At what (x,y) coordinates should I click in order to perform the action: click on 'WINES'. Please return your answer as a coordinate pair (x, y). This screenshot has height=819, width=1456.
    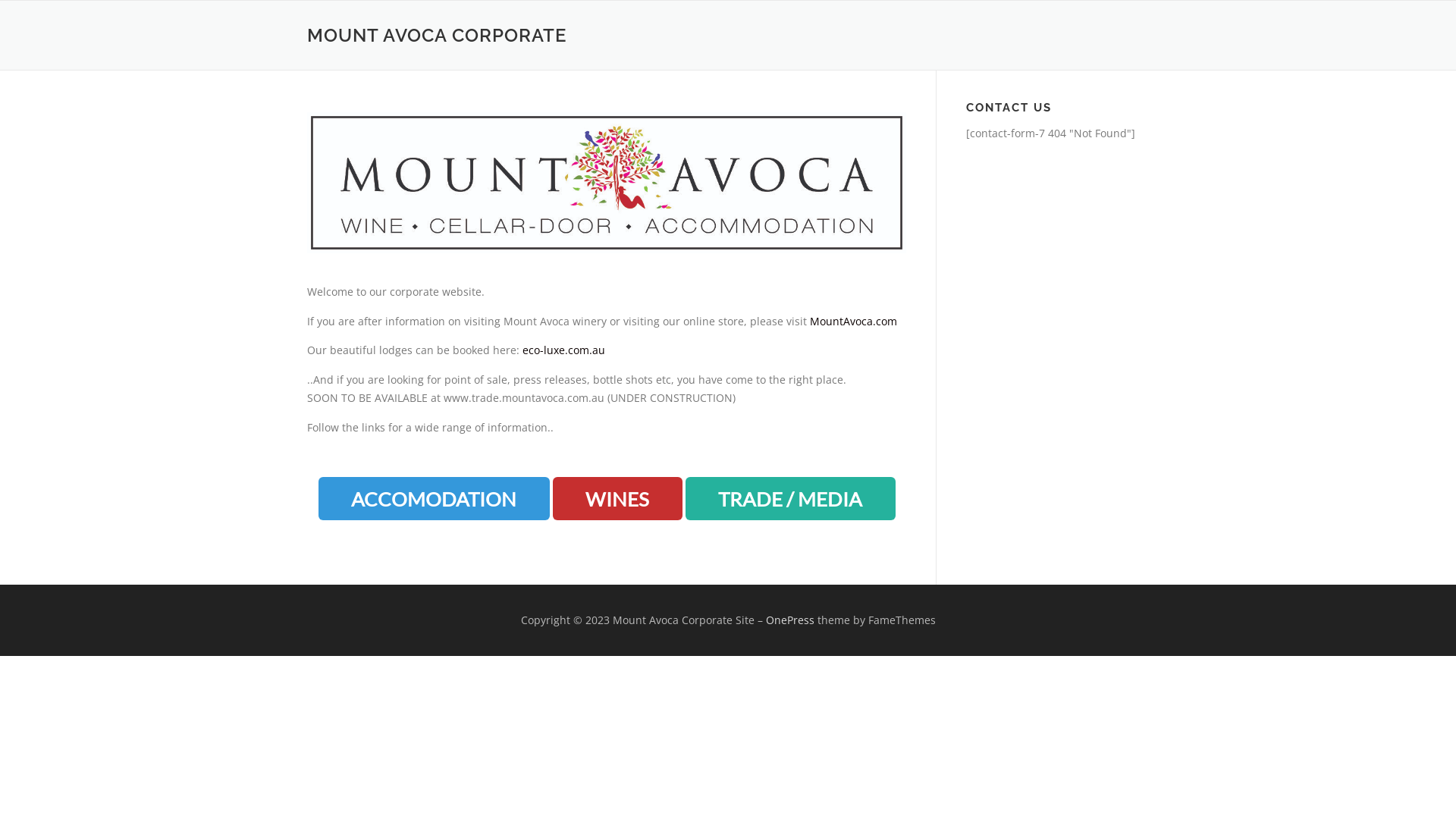
    Looking at the image, I should click on (551, 498).